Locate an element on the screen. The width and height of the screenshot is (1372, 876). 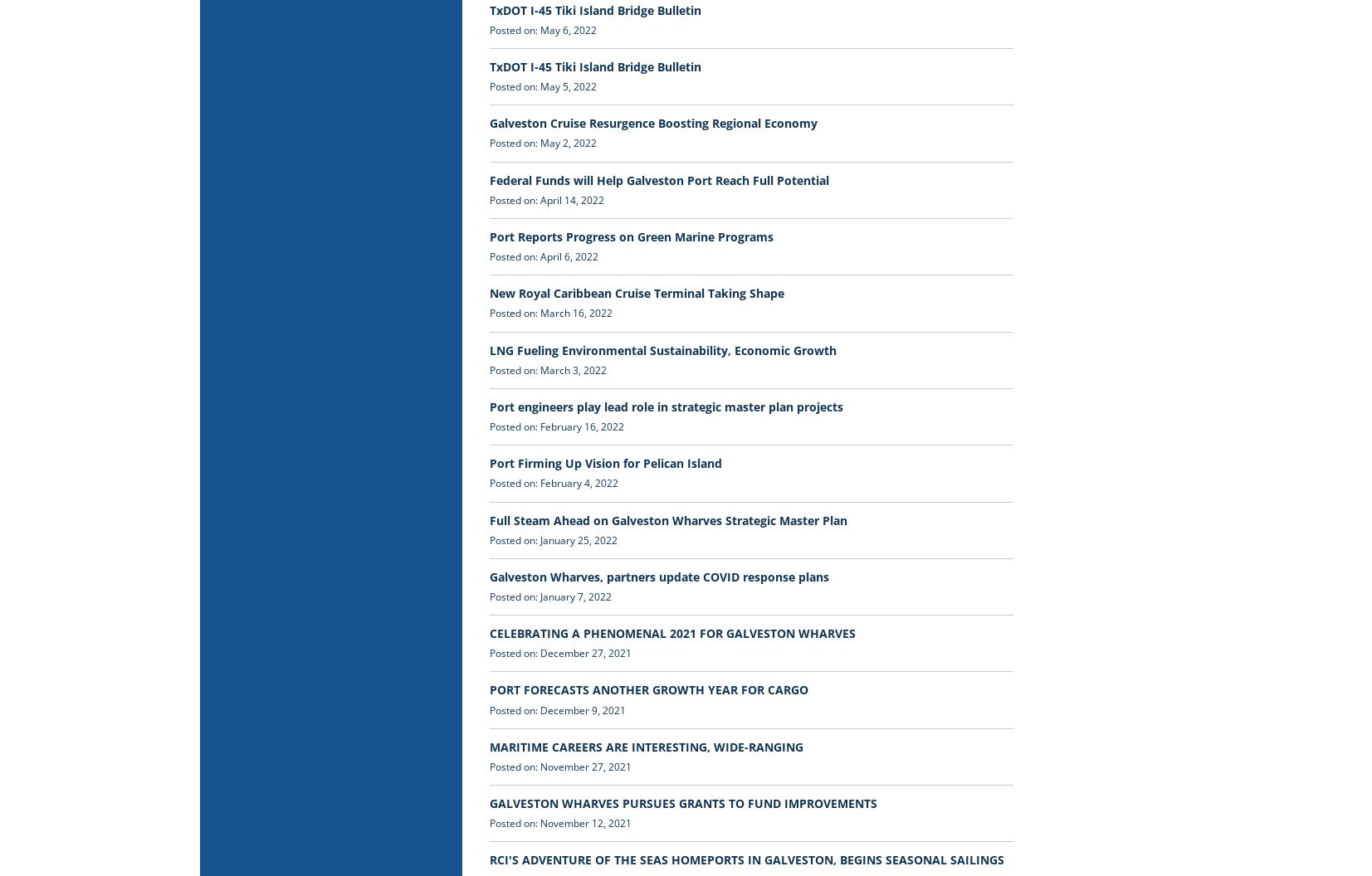
'Port Firming Up Vision for Pelican Island' is located at coordinates (604, 463).